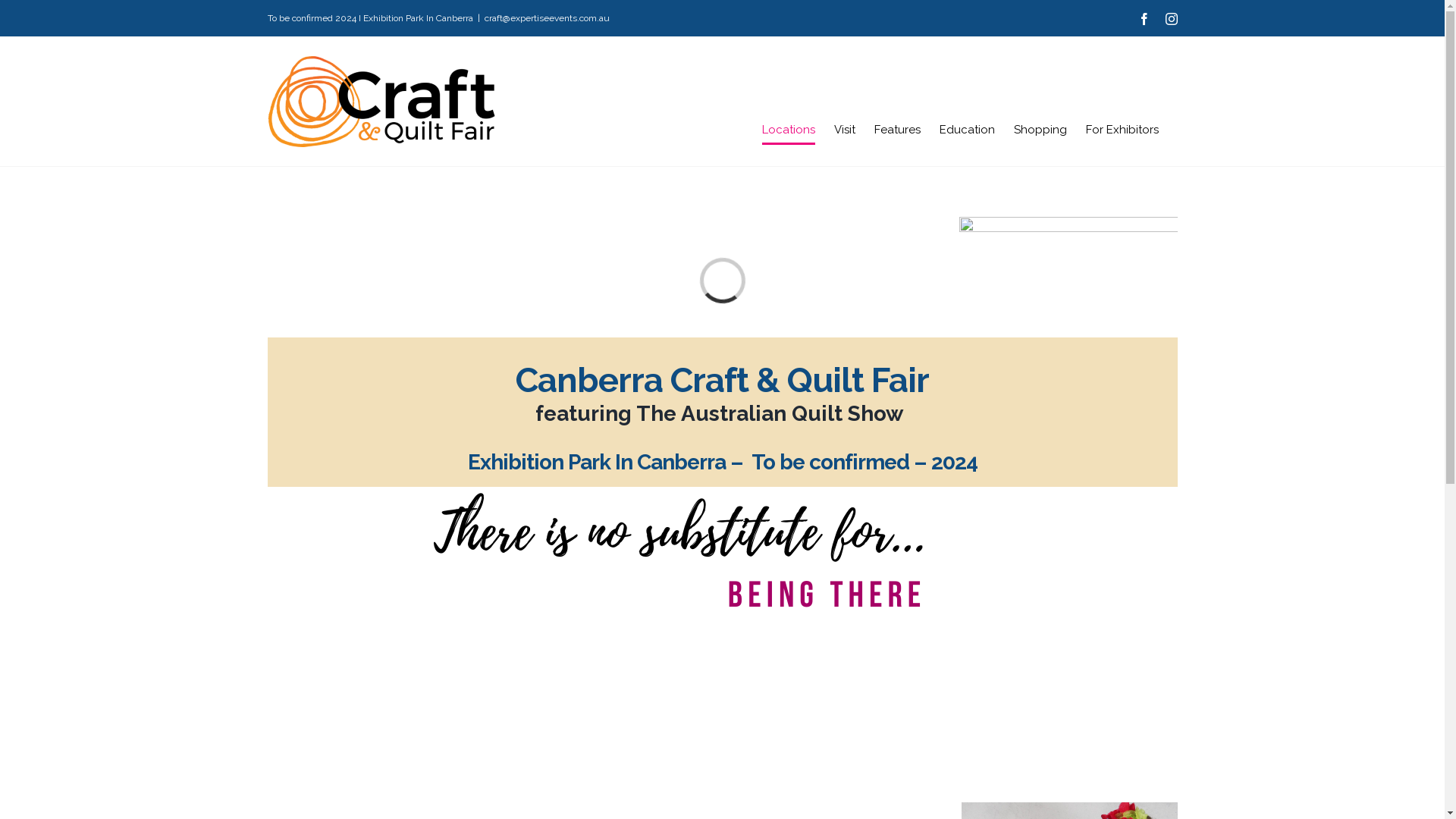  Describe the element at coordinates (896, 128) in the screenshot. I see `'Features'` at that location.